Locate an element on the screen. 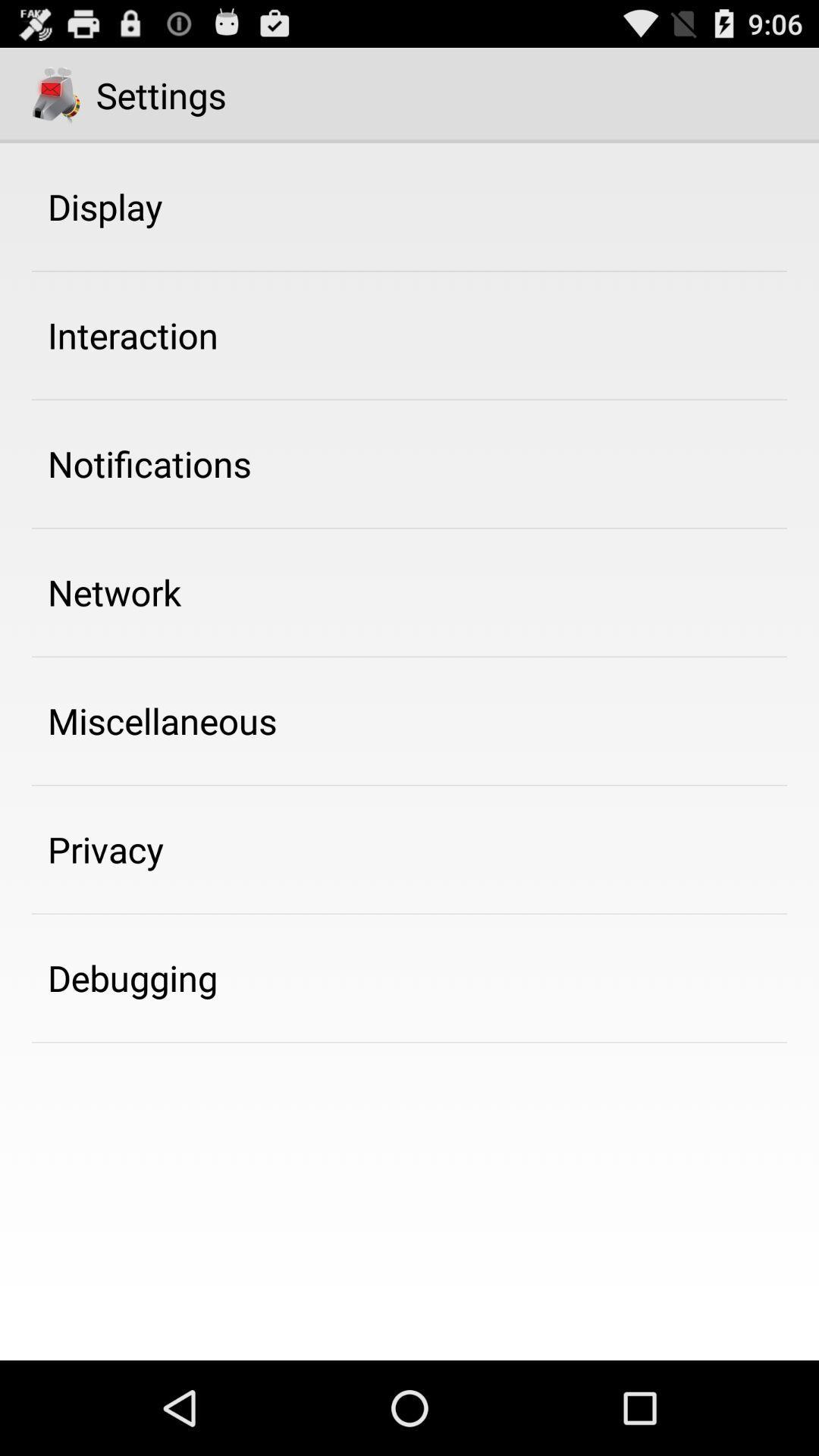 This screenshot has width=819, height=1456. item above the notifications icon is located at coordinates (132, 334).